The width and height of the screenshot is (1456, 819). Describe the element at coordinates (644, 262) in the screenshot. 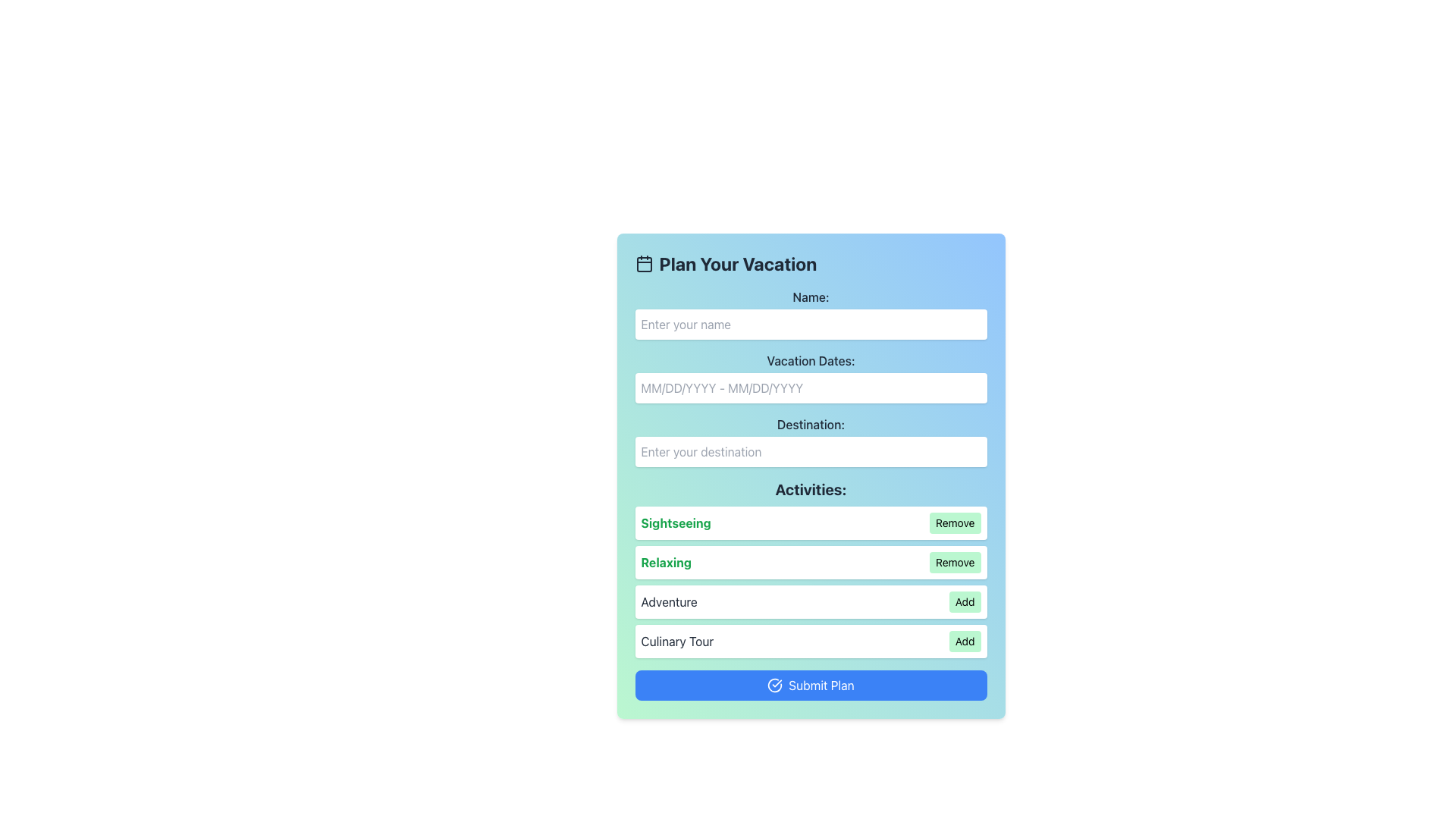

I see `the calendar icon in the title bar, located immediately to the left of the text 'Plan Your Vacation'` at that location.